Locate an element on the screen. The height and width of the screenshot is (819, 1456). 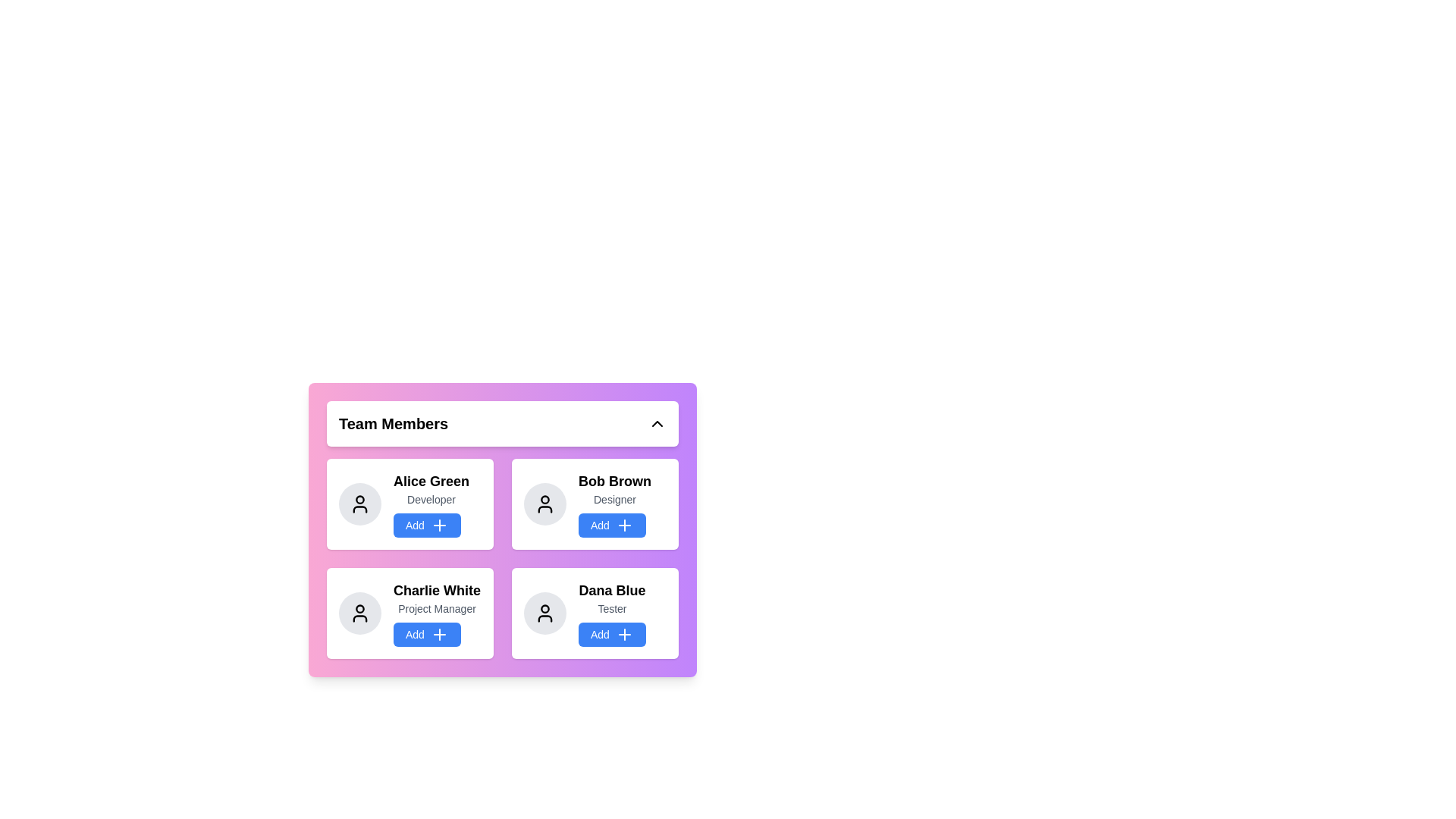
the chevron-up icon located in the top-right corner next to the 'Team Members' title is located at coordinates (657, 424).